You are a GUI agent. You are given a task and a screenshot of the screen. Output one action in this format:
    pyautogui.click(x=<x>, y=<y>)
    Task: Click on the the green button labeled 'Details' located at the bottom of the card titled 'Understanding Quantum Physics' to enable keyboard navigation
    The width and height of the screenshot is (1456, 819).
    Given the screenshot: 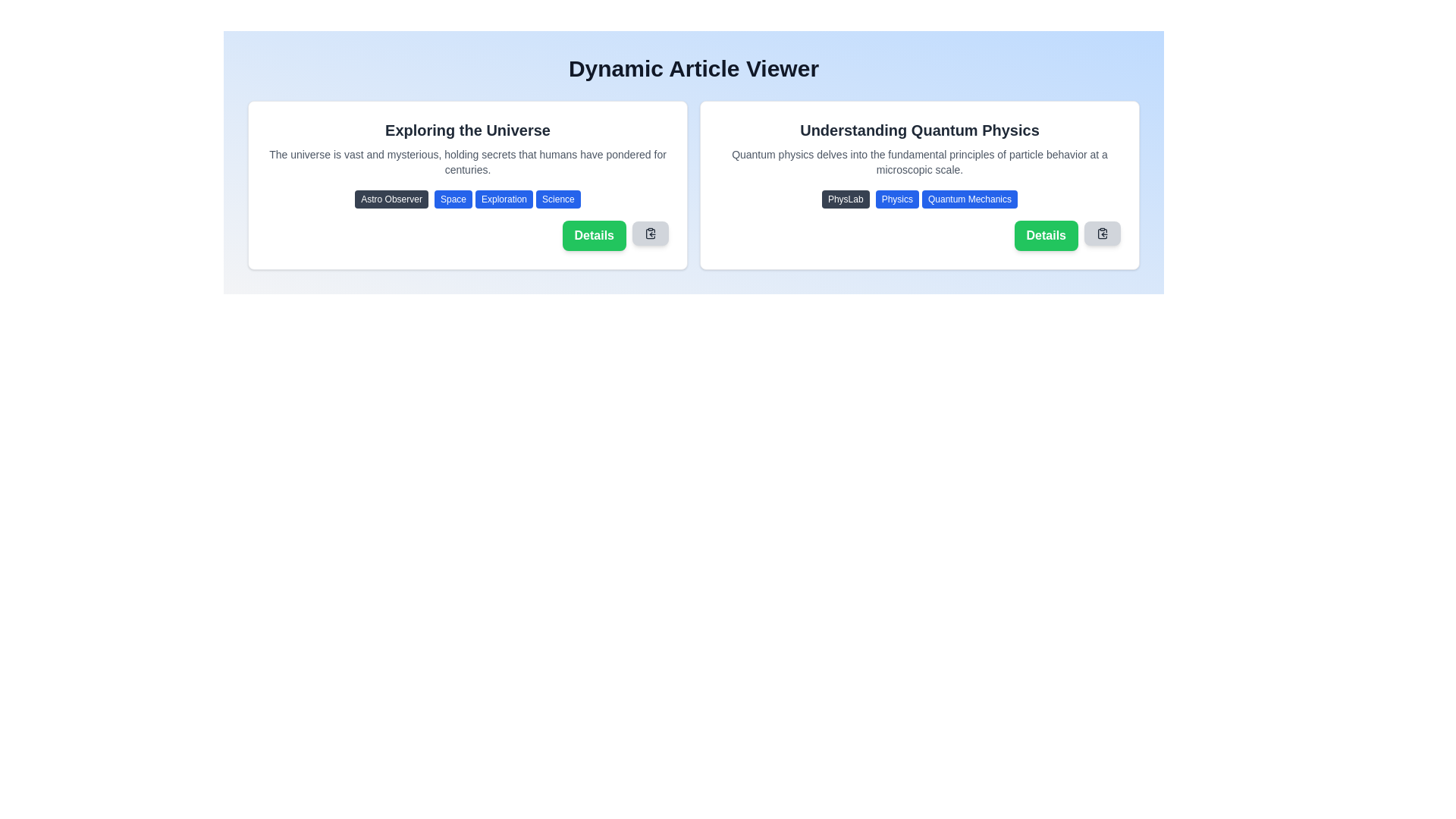 What is the action you would take?
    pyautogui.click(x=1045, y=236)
    